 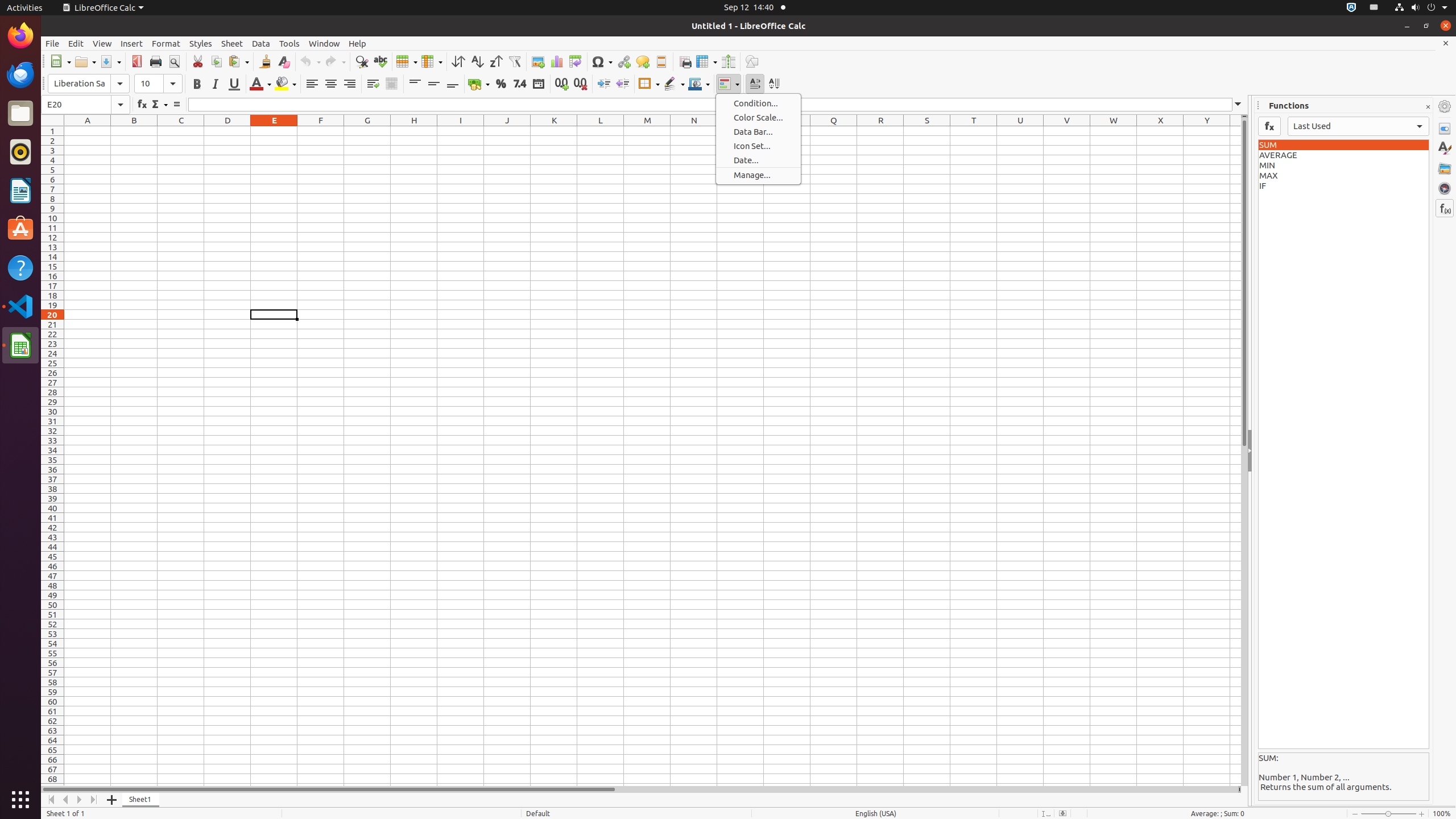 What do you see at coordinates (20, 799) in the screenshot?
I see `'Show Applications'` at bounding box center [20, 799].